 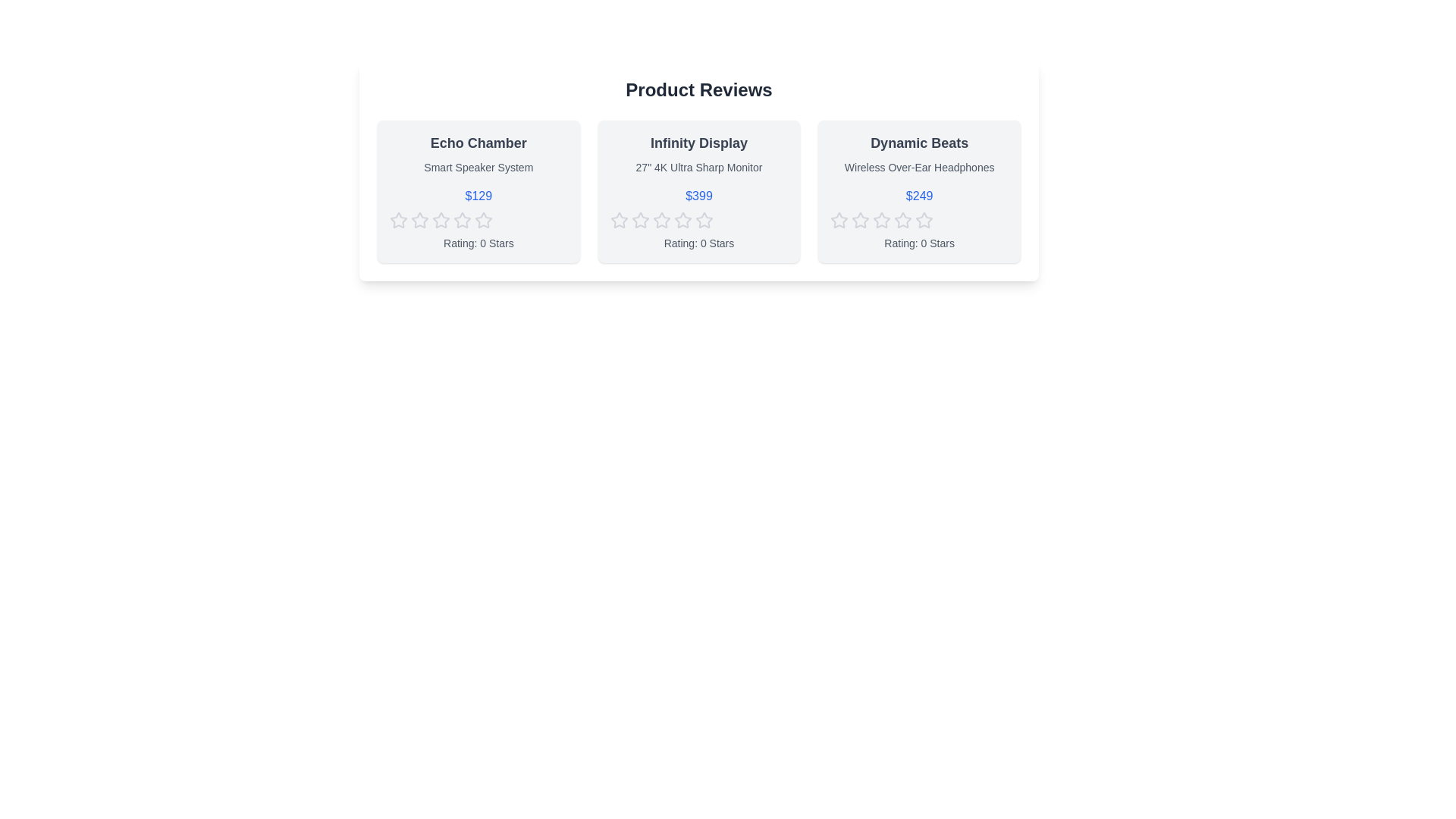 I want to click on the fourth star rating icon in the product card labeled 'Dynamic Beats', which is part of a set of five star icons, so click(x=903, y=220).